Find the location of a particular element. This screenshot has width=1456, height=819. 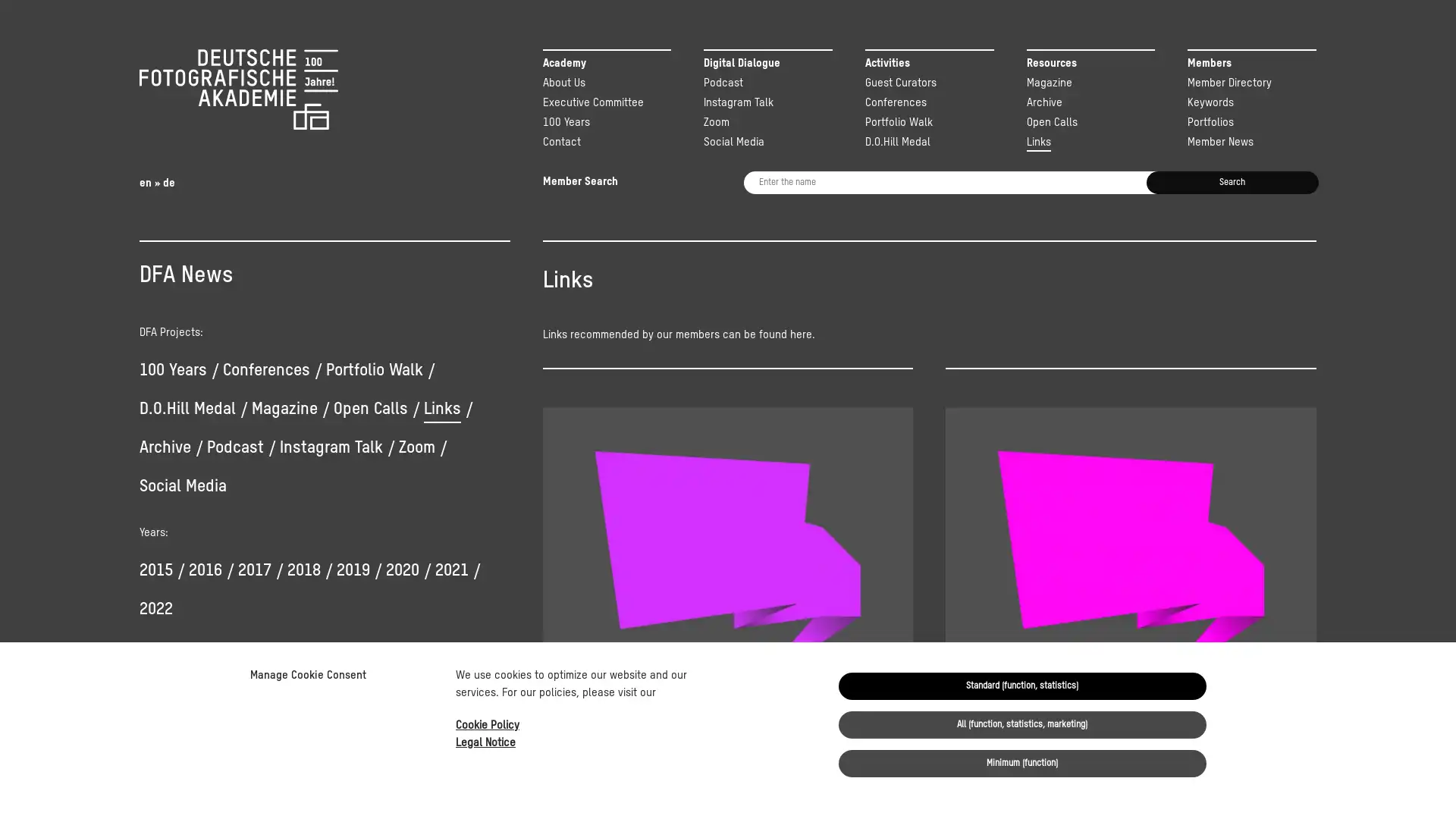

No is located at coordinates (184, 693).